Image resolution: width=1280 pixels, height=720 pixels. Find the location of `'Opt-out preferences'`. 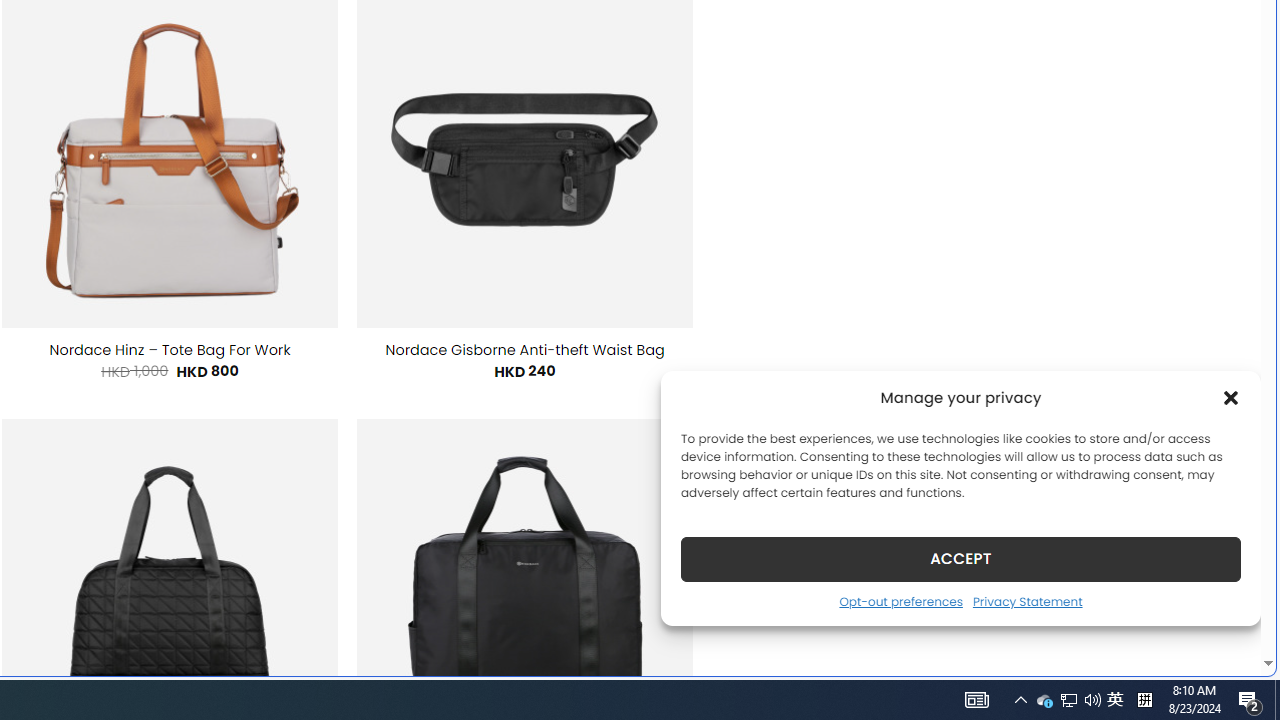

'Opt-out preferences' is located at coordinates (899, 600).